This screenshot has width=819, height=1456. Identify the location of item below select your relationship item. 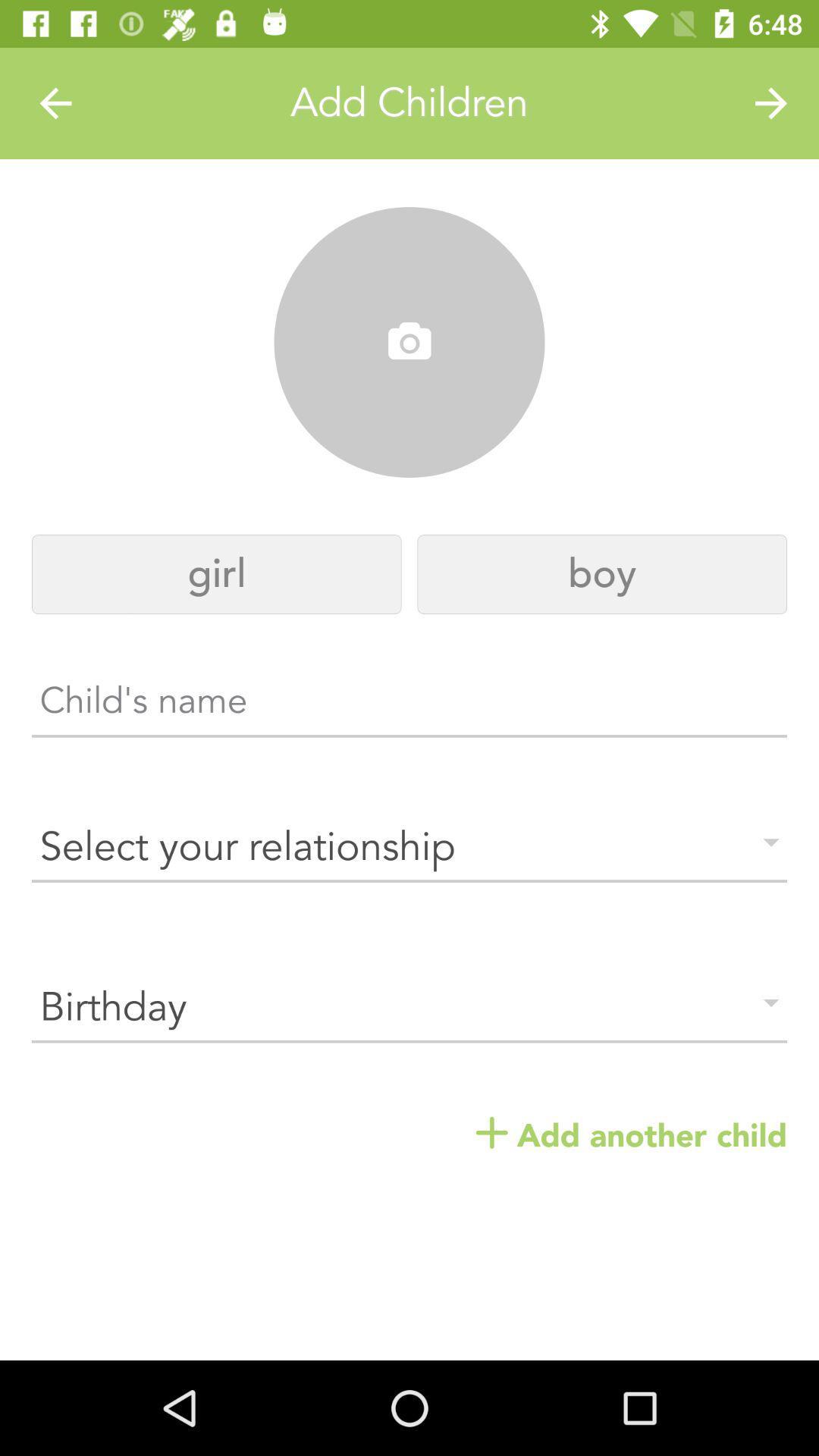
(409, 1008).